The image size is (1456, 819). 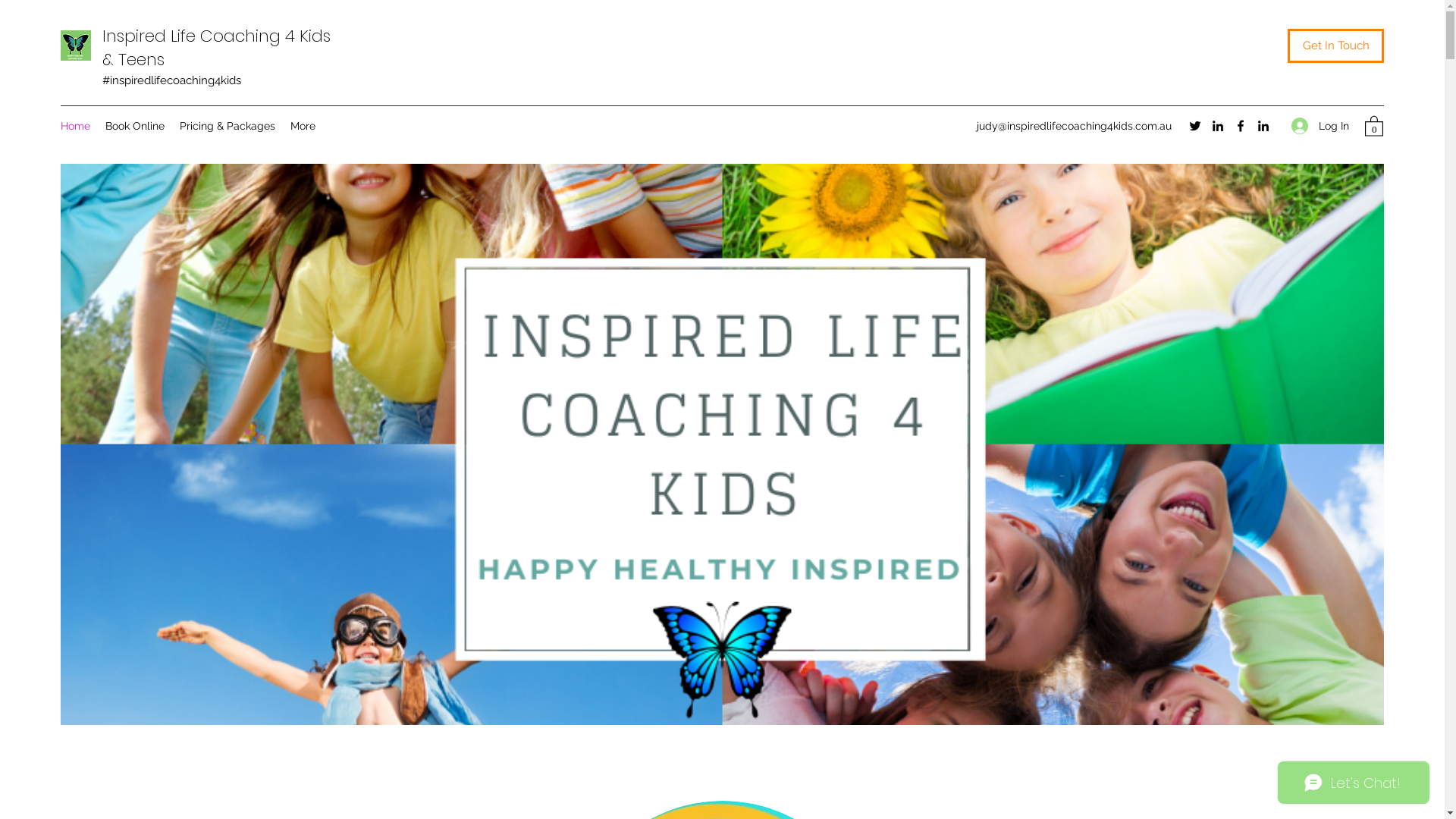 I want to click on 'Inspired Life Coaching 4 Kids & Teens', so click(x=215, y=46).